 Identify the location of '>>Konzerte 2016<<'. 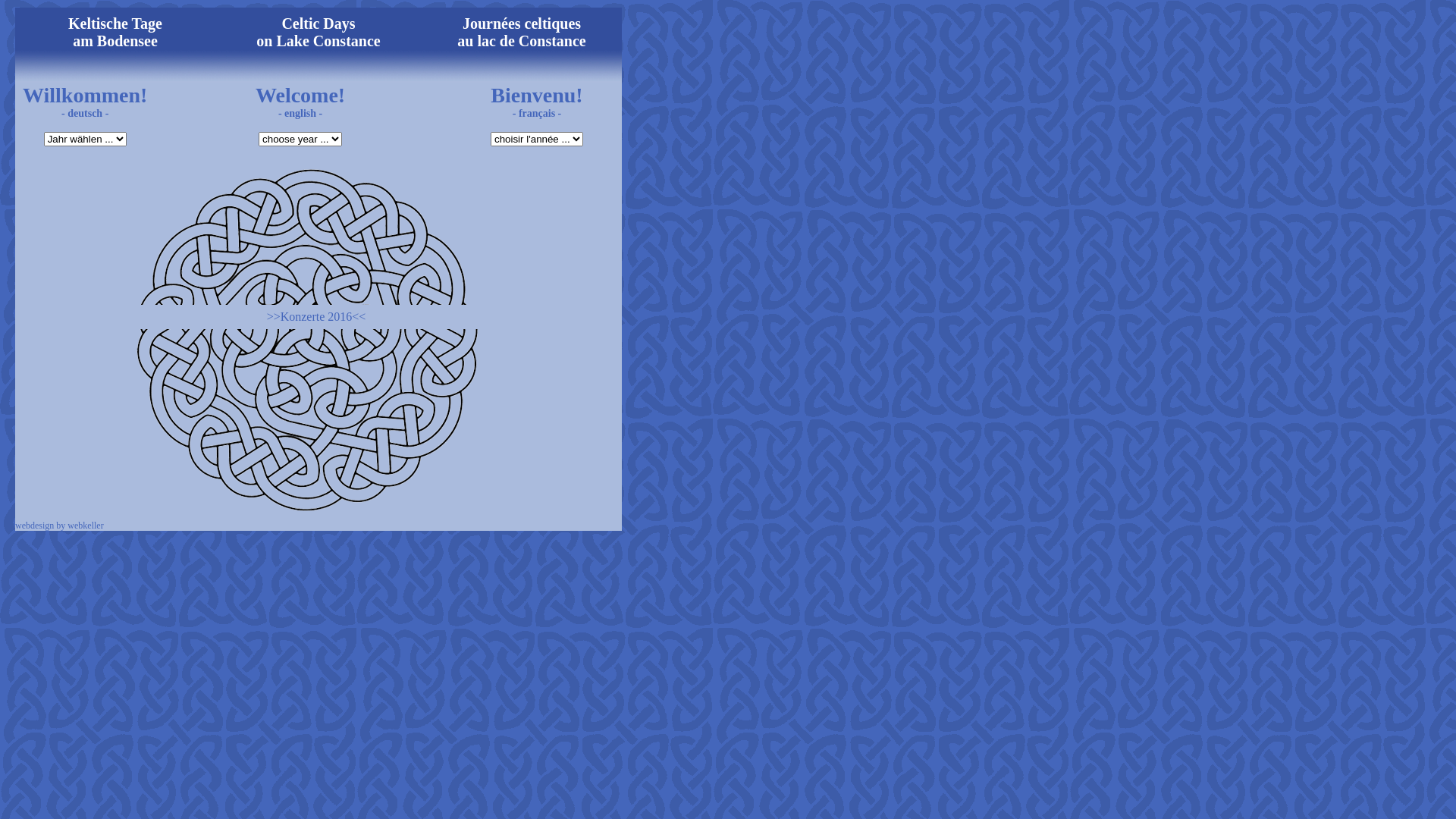
(315, 315).